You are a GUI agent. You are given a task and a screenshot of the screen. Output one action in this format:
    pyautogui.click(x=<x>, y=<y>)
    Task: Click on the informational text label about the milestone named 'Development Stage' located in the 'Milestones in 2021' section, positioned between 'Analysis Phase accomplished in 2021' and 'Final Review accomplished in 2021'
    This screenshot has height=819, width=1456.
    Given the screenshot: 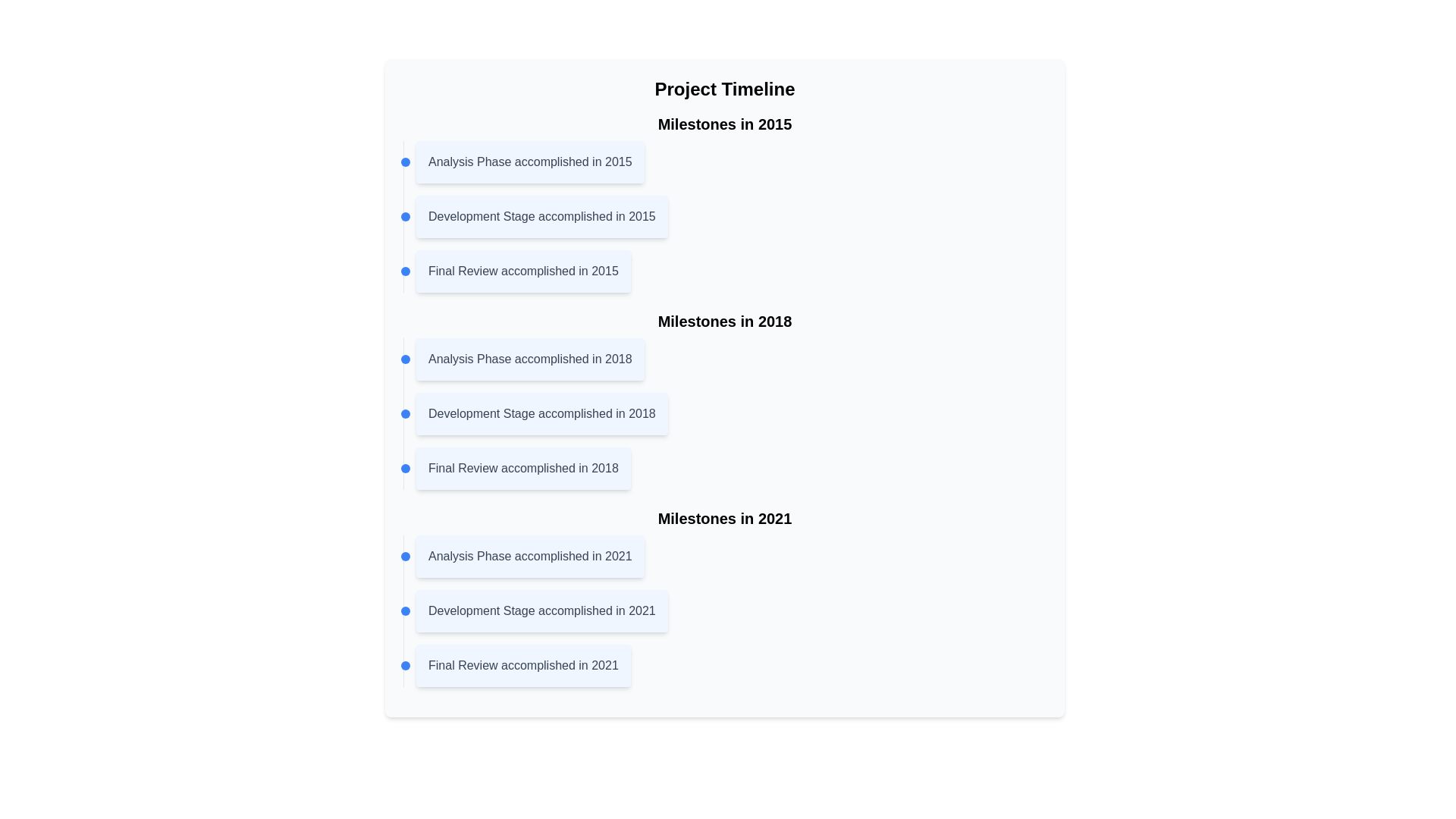 What is the action you would take?
    pyautogui.click(x=541, y=610)
    